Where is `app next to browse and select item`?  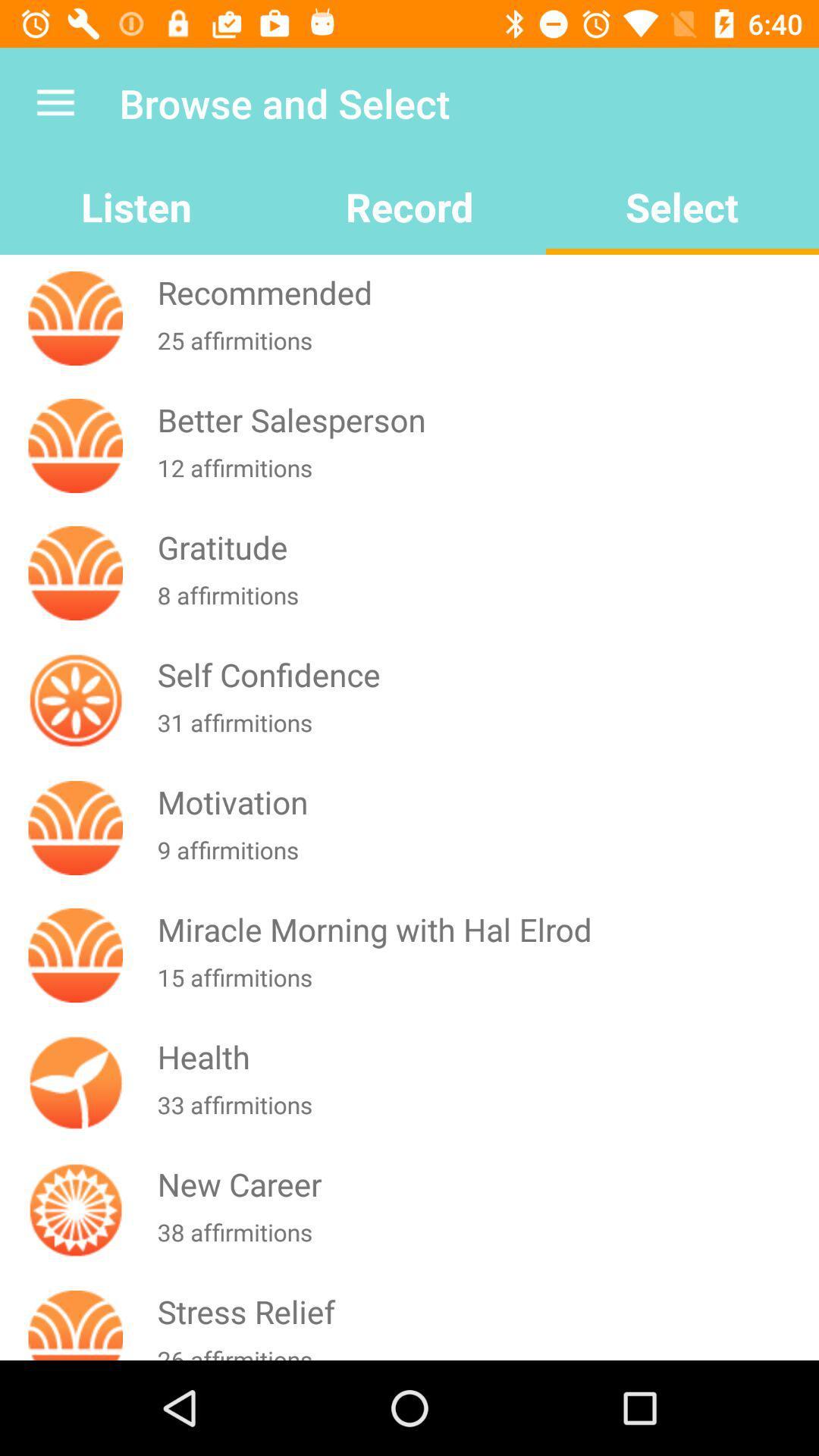 app next to browse and select item is located at coordinates (55, 102).